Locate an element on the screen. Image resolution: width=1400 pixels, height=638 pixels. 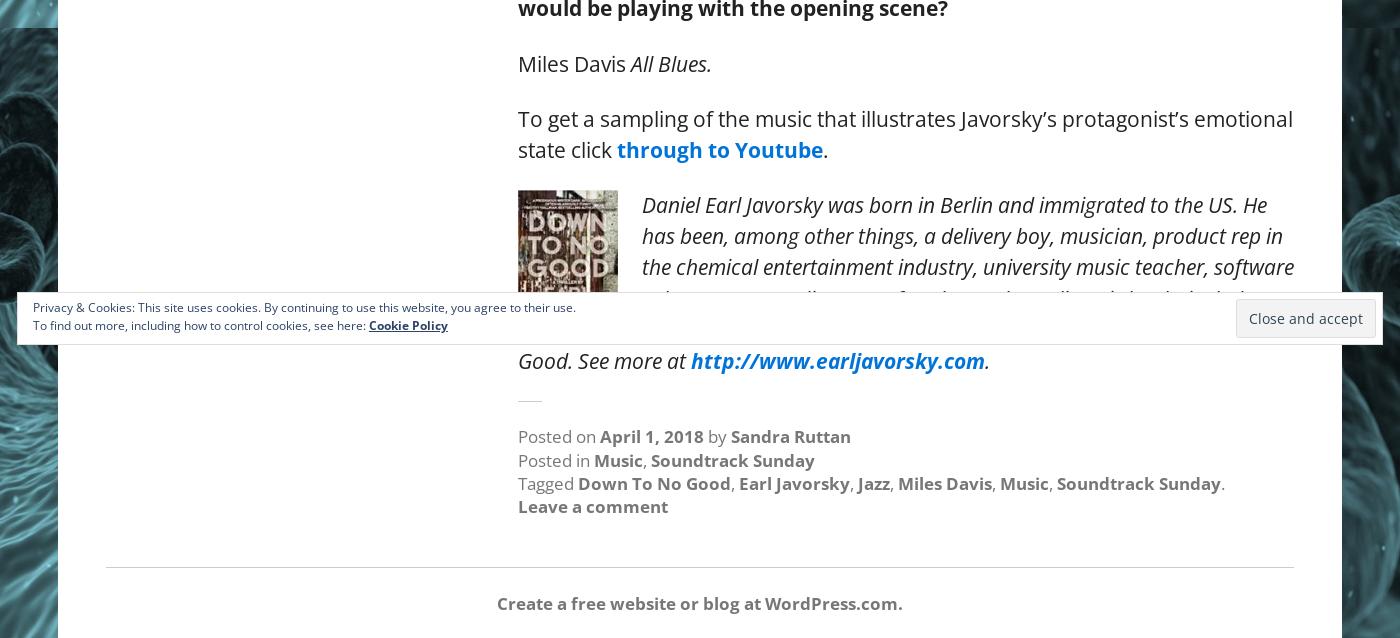
'Leave a comment' is located at coordinates (593, 505).